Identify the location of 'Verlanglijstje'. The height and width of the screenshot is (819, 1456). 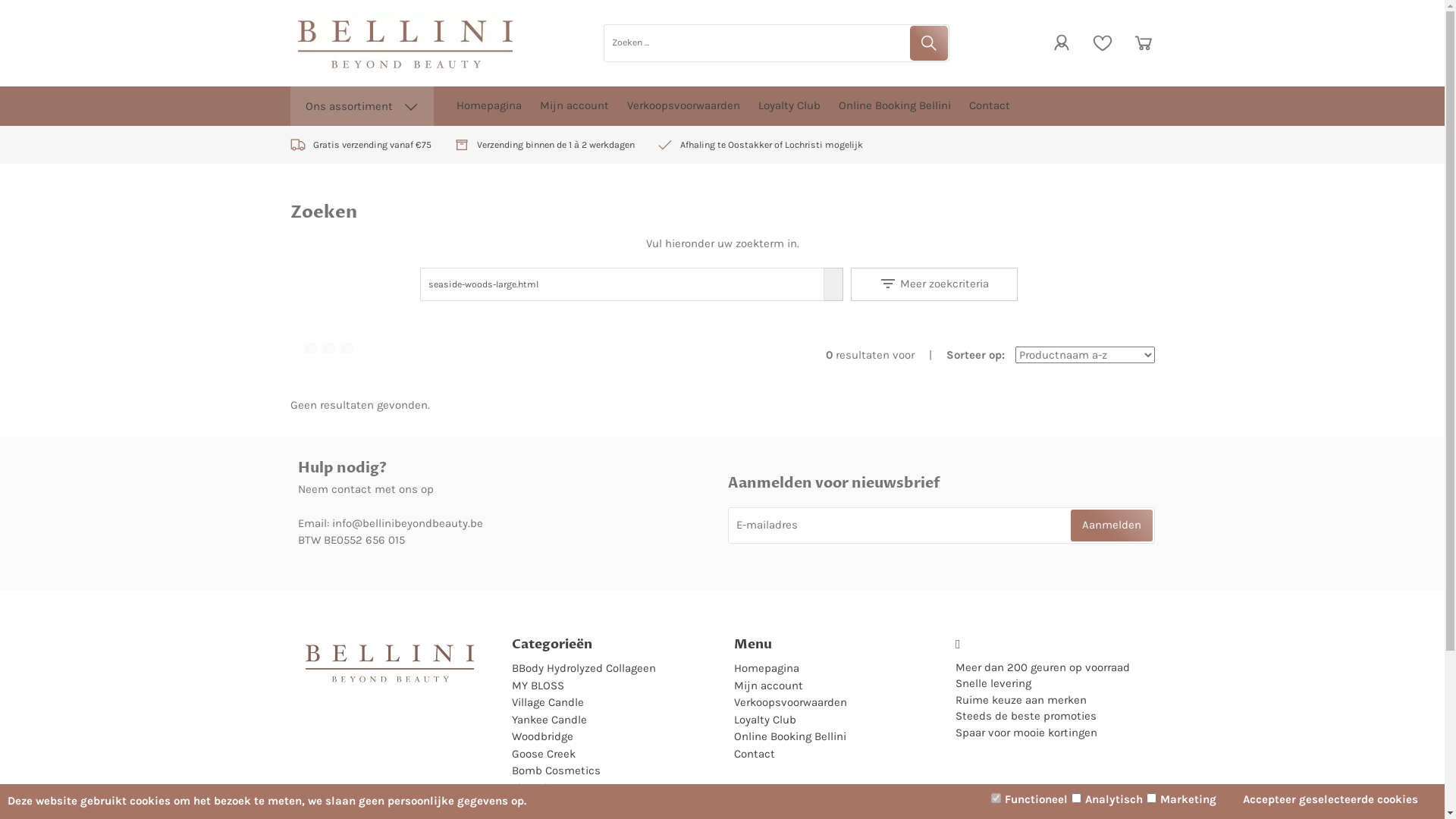
(1102, 42).